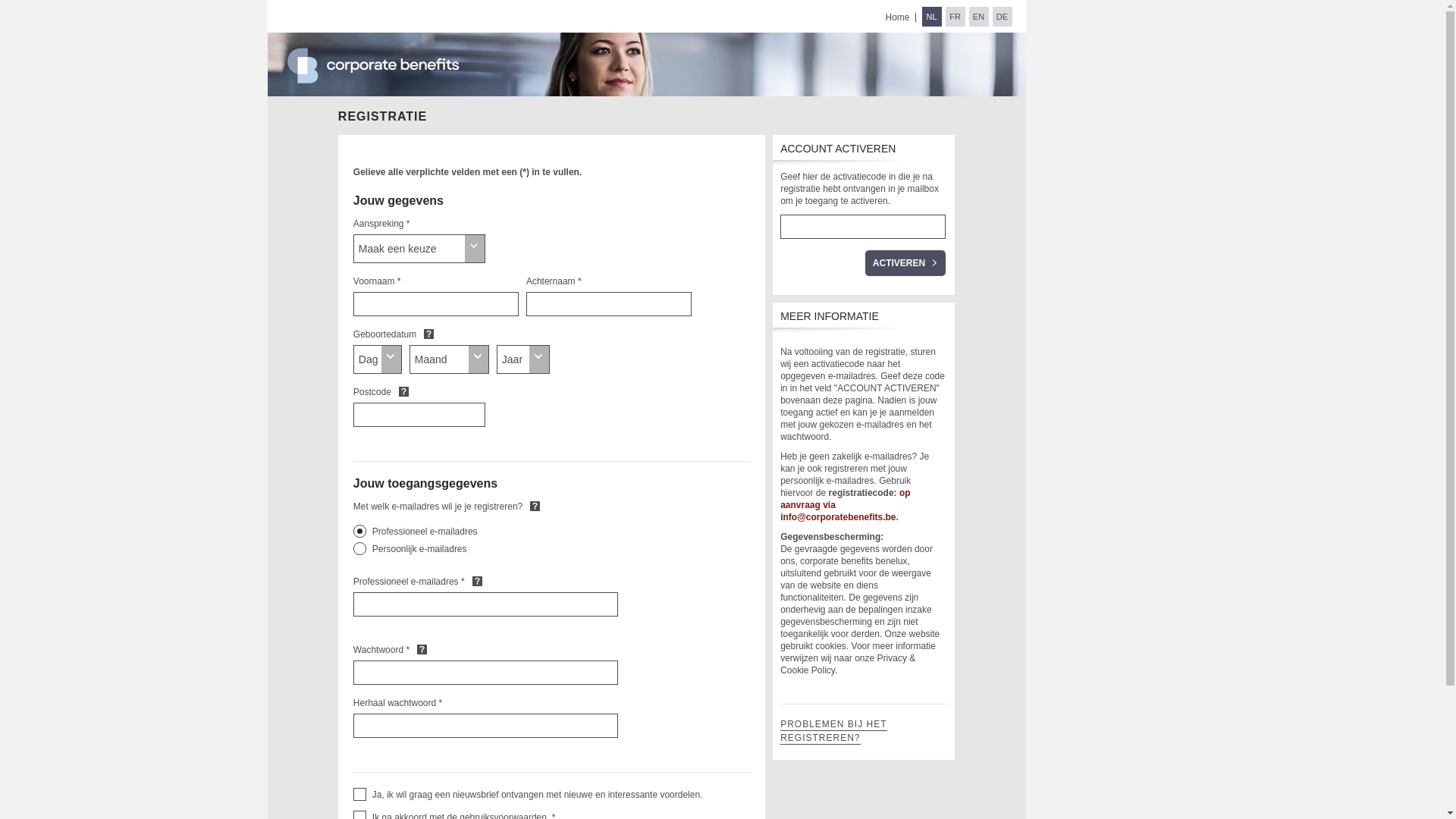 The image size is (1456, 819). What do you see at coordinates (930, 17) in the screenshot?
I see `'NL'` at bounding box center [930, 17].